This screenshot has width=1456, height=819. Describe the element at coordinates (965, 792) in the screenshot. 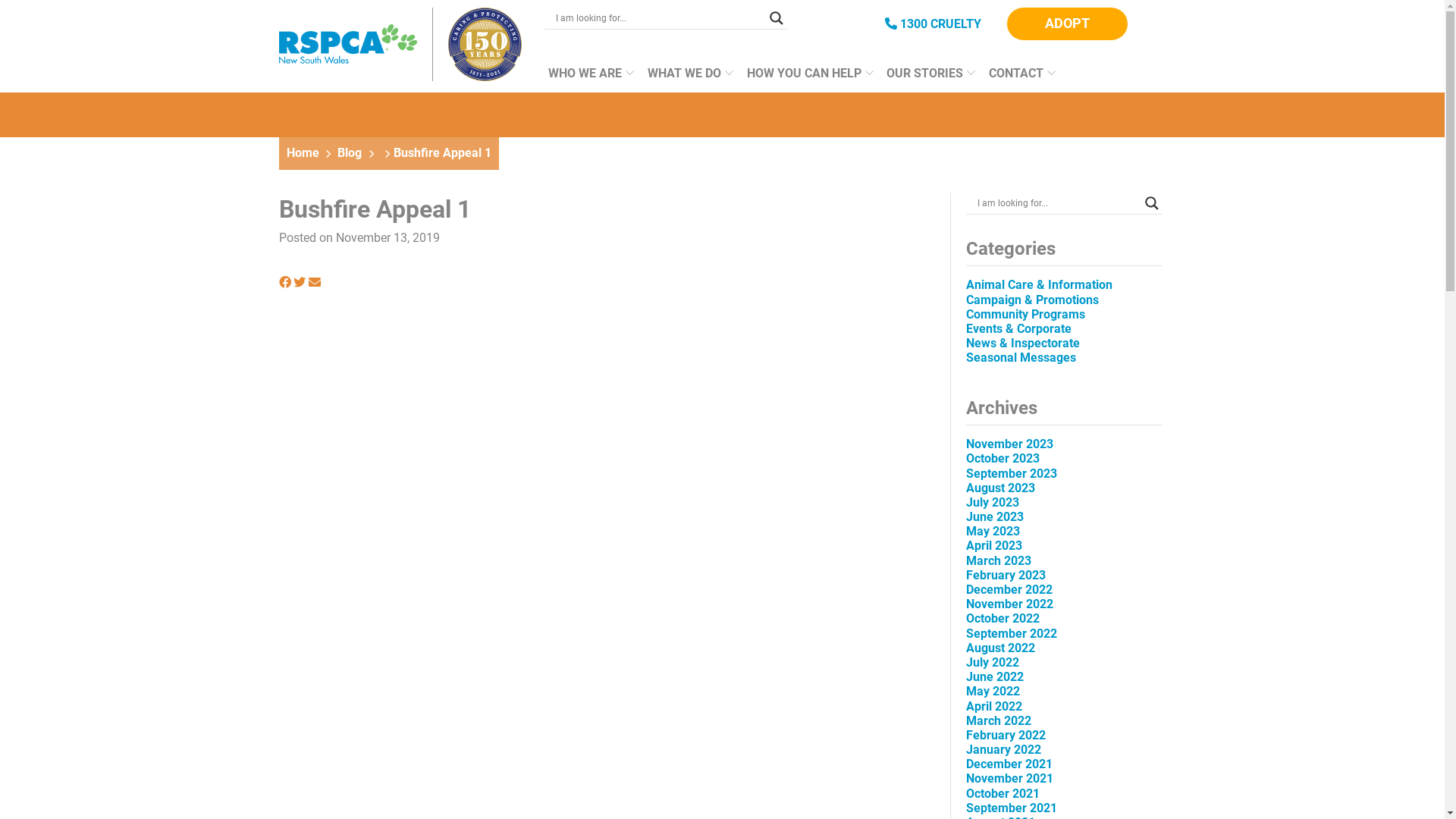

I see `'October 2021'` at that location.